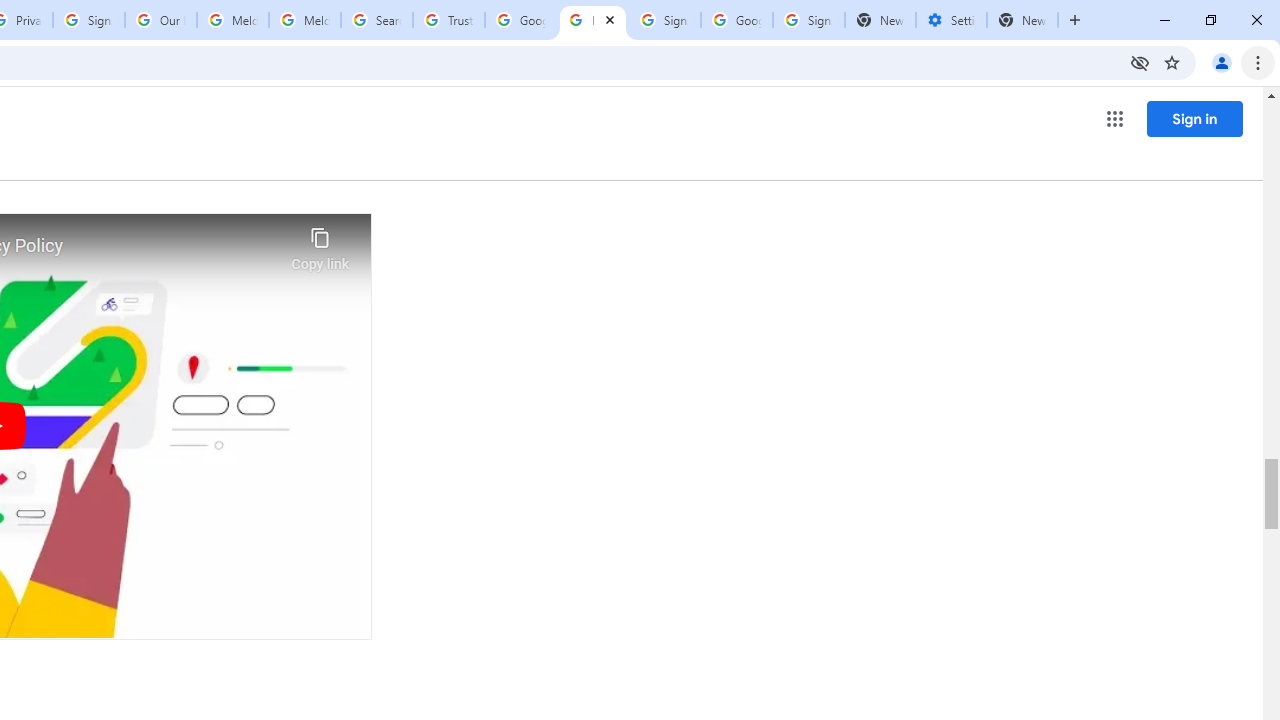 This screenshot has height=720, width=1280. What do you see at coordinates (1022, 20) in the screenshot?
I see `'New Tab'` at bounding box center [1022, 20].